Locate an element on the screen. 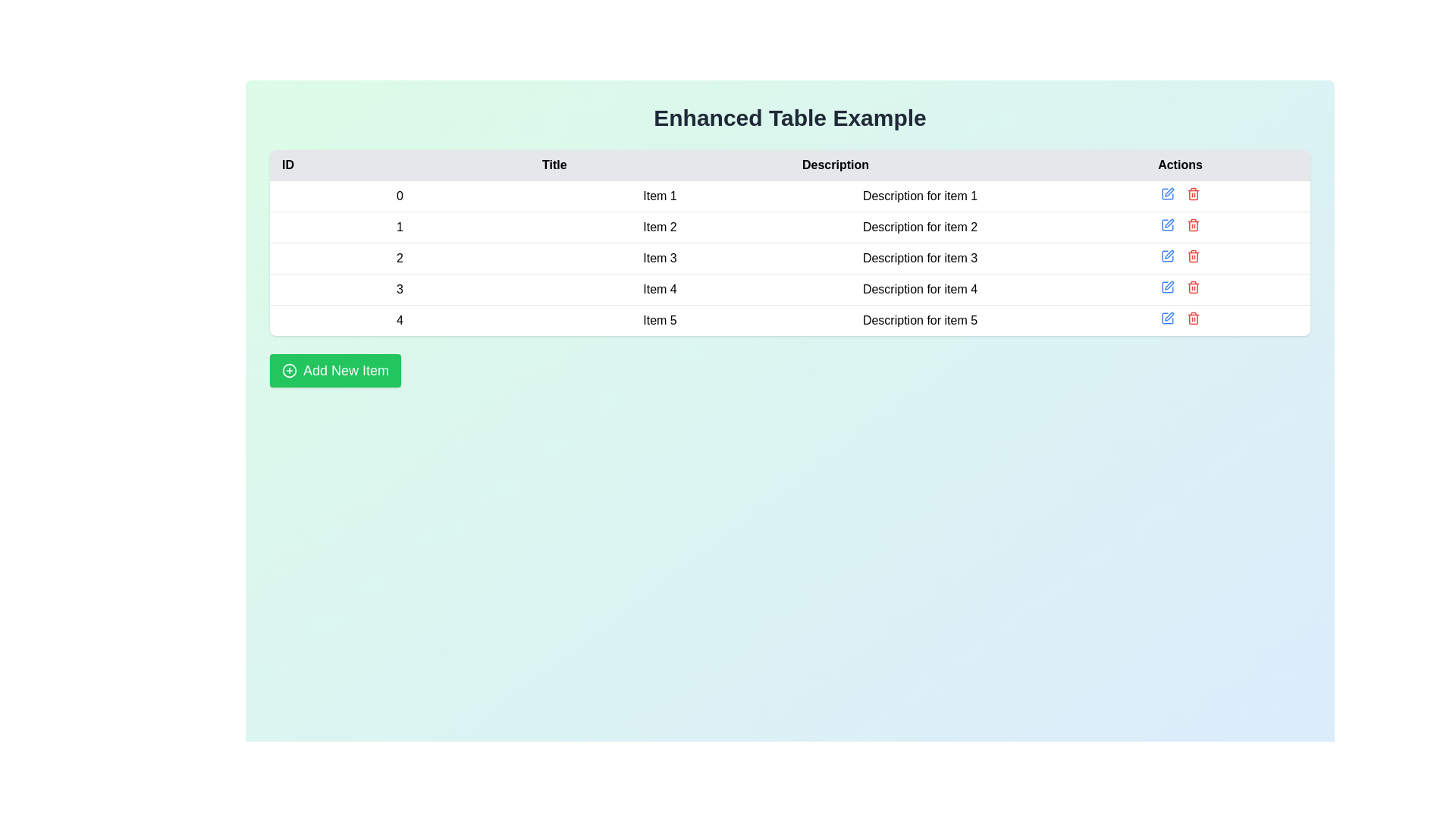 This screenshot has height=819, width=1456. the text content element indicating the title associated with the table's row, positioned under the 'Title' column is located at coordinates (660, 319).